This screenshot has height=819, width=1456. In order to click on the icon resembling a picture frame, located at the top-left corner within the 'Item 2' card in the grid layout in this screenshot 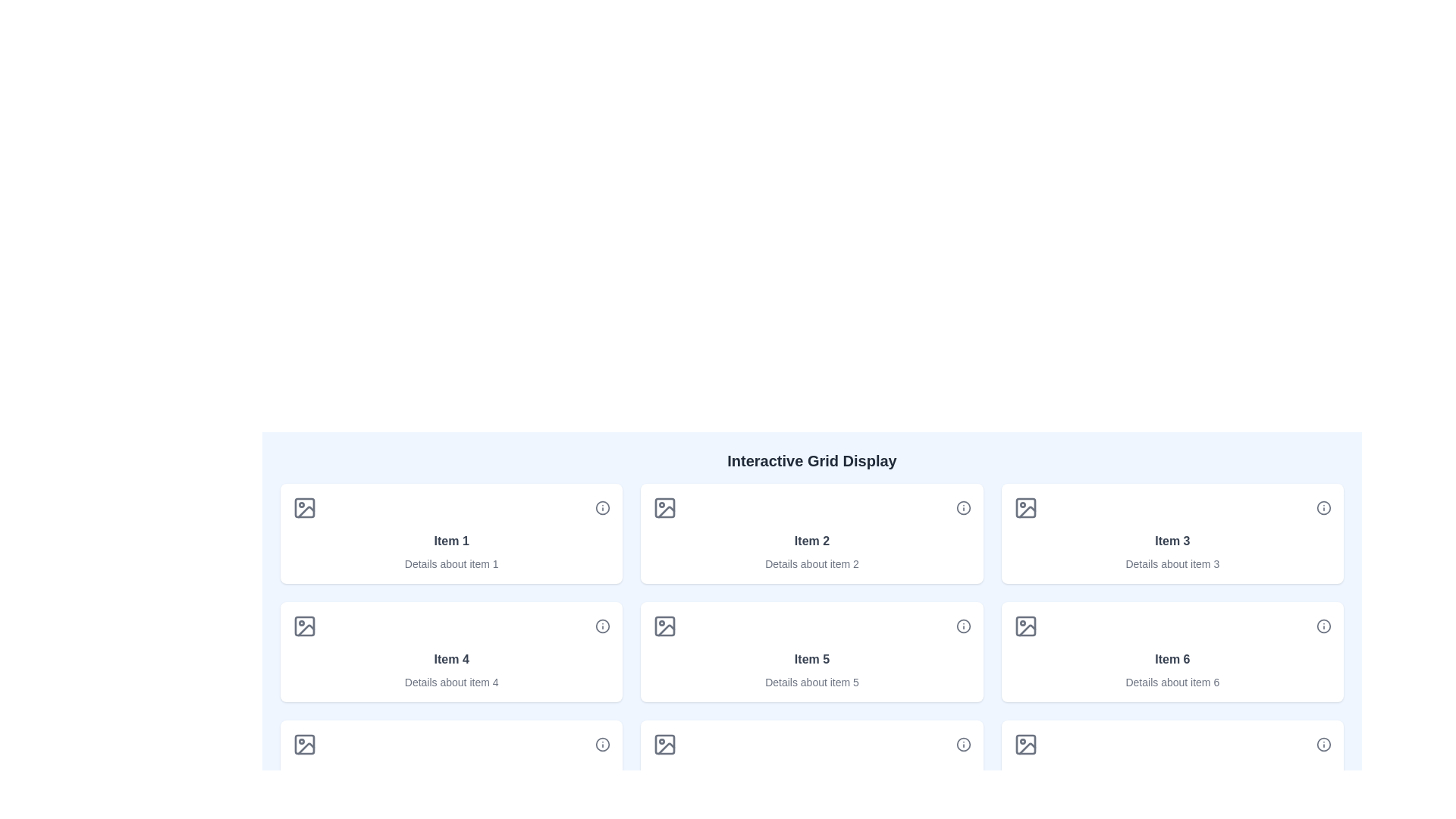, I will do `click(665, 508)`.